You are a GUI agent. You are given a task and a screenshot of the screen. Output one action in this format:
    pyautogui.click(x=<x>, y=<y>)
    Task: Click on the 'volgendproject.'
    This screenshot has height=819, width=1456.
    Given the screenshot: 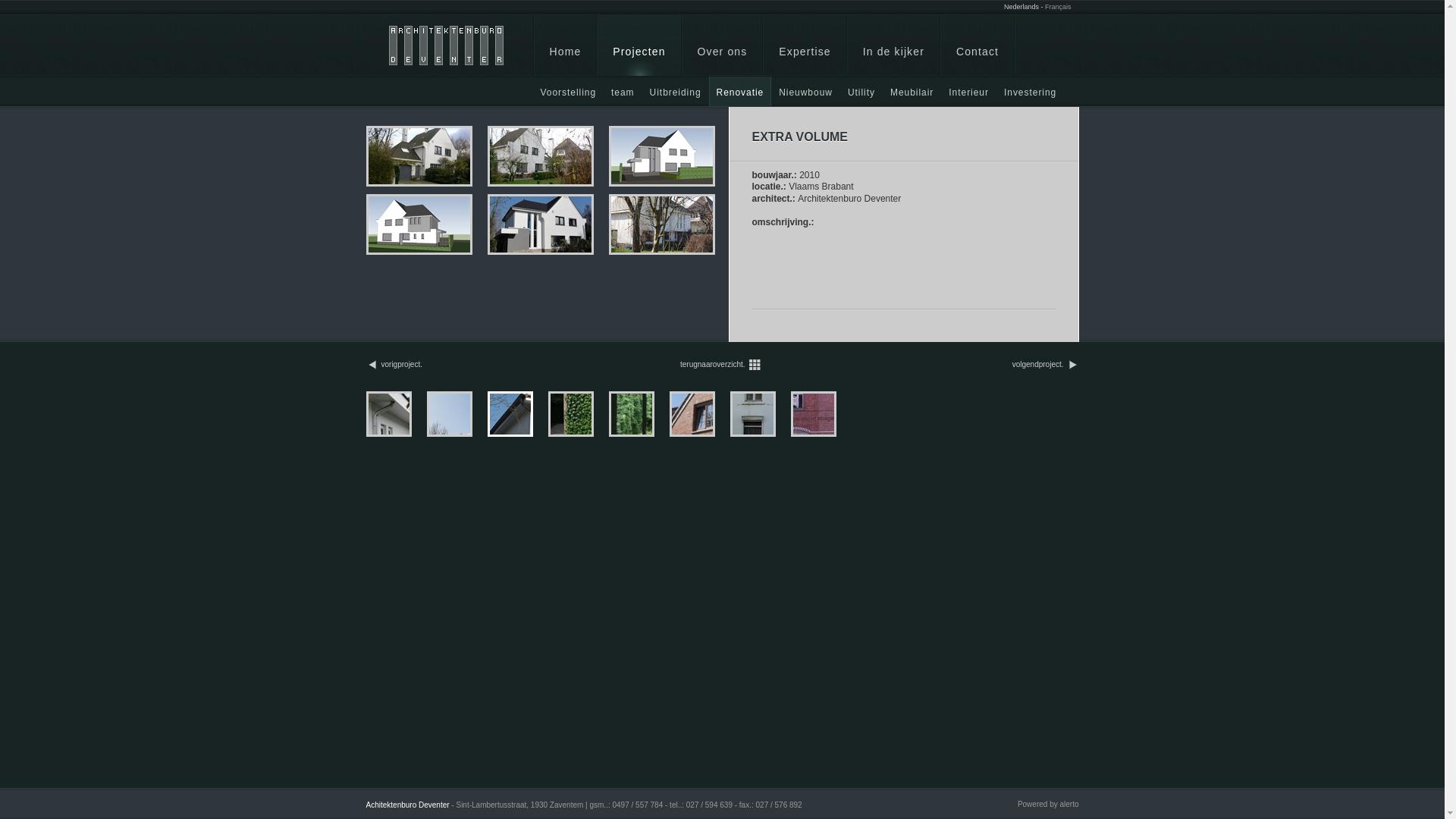 What is the action you would take?
    pyautogui.click(x=997, y=365)
    